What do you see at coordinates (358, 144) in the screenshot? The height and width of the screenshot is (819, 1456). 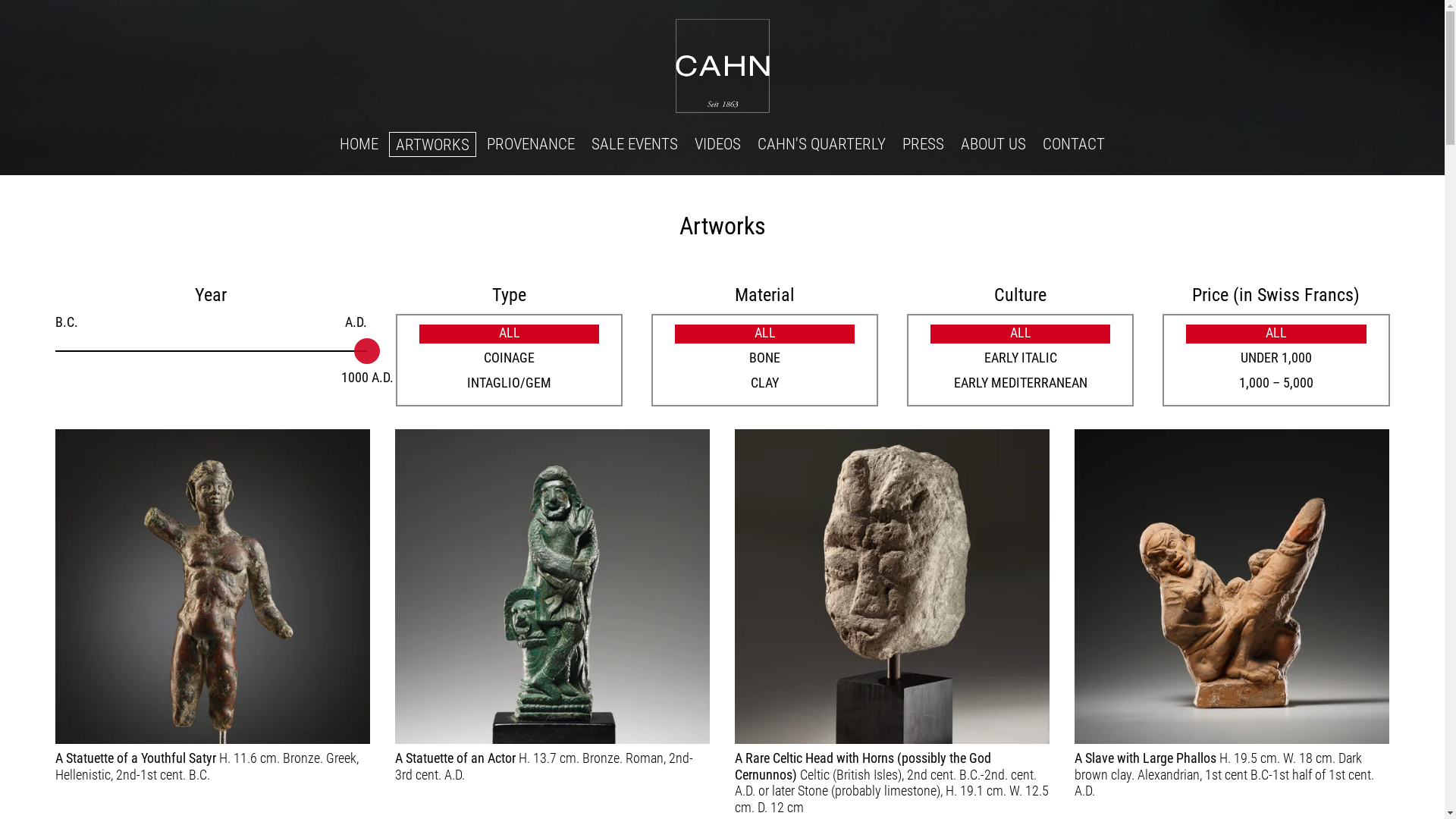 I see `'HOME'` at bounding box center [358, 144].